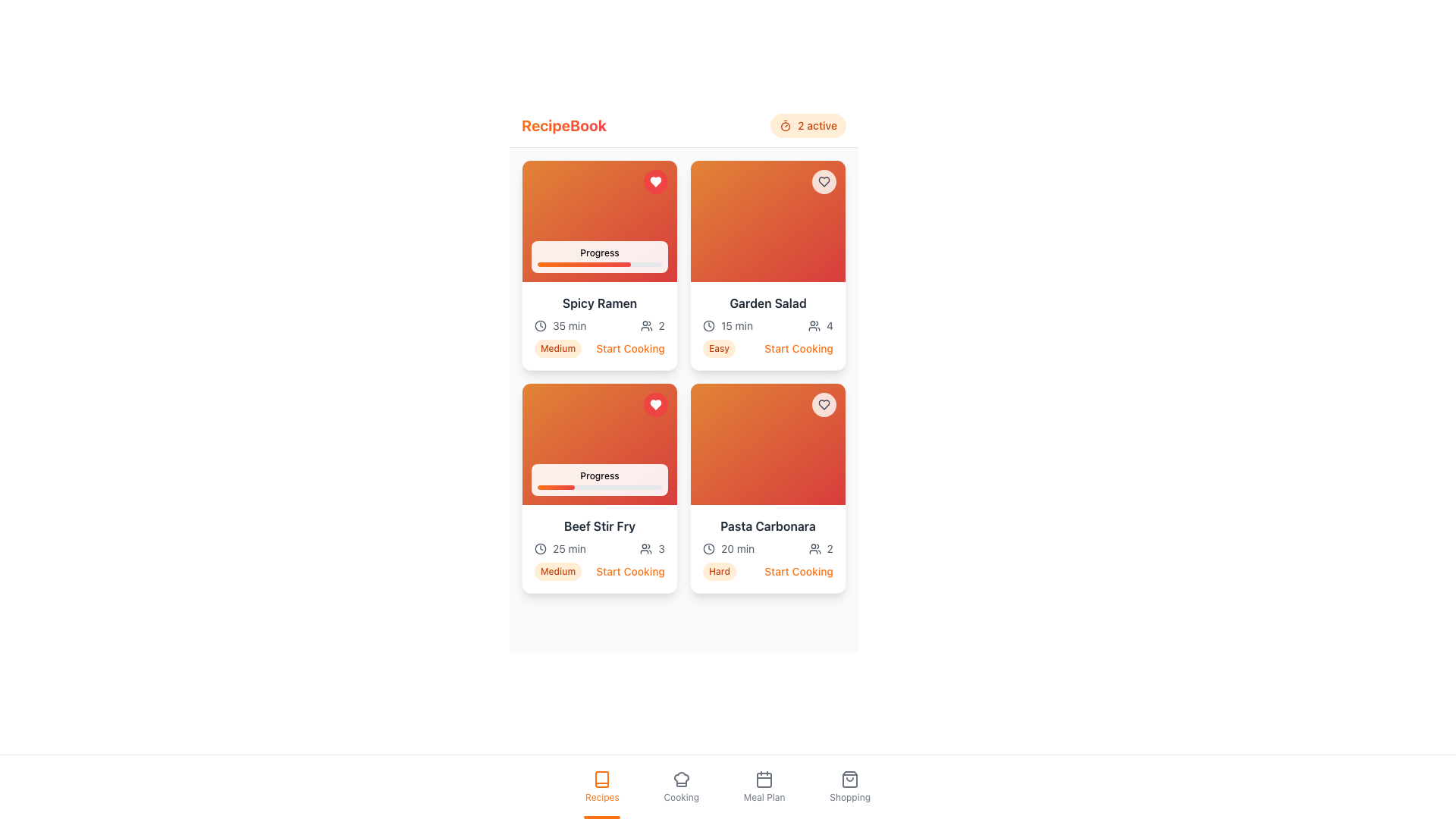 The image size is (1456, 819). Describe the element at coordinates (583, 263) in the screenshot. I see `the progress indicator segment of the 'Spicy Ramen' progress bar, which is located three-quarters of the way through the bar and centered below the text 'Progress'` at that location.